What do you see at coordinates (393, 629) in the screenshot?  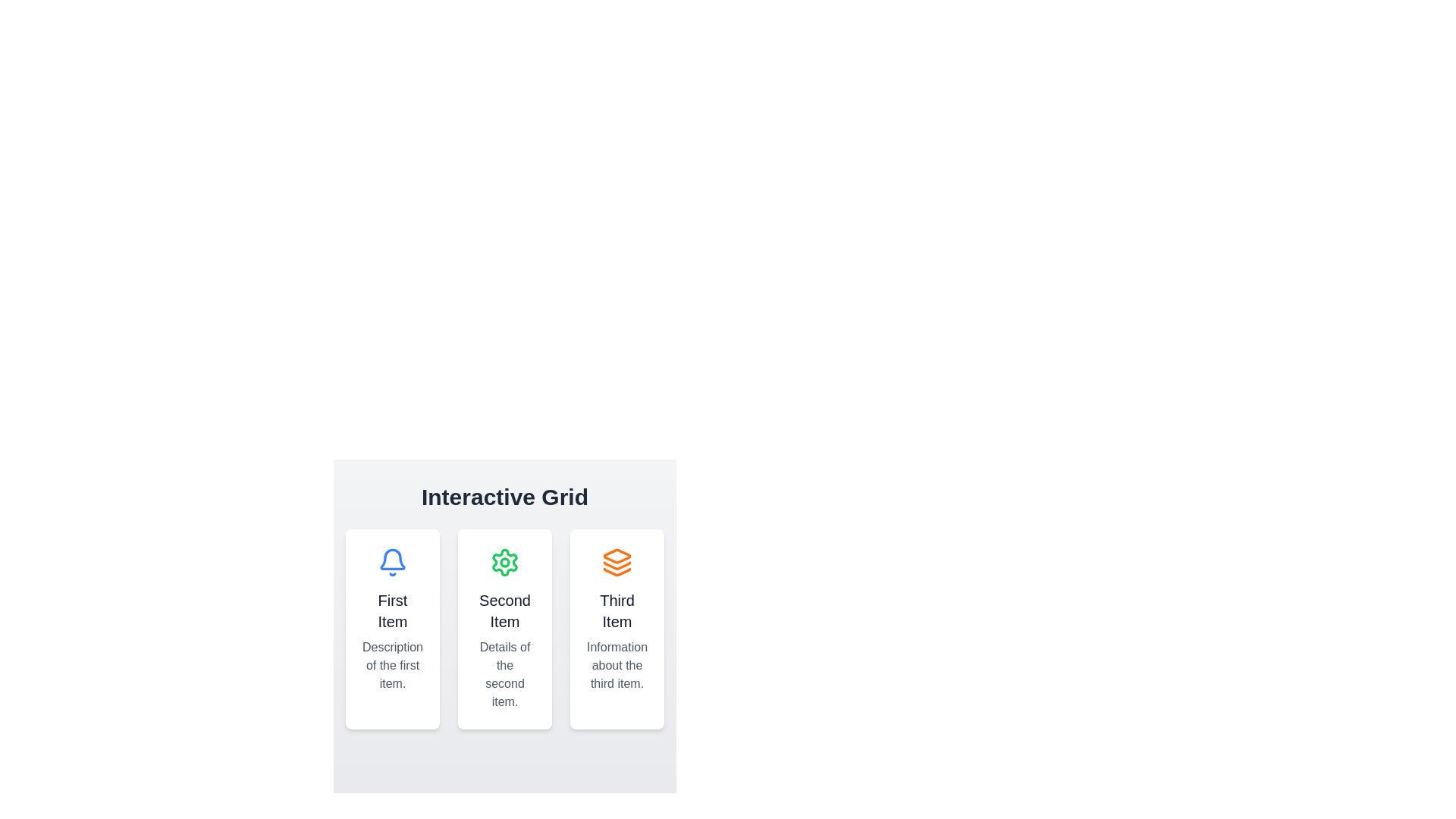 I see `the 'First Item' card` at bounding box center [393, 629].